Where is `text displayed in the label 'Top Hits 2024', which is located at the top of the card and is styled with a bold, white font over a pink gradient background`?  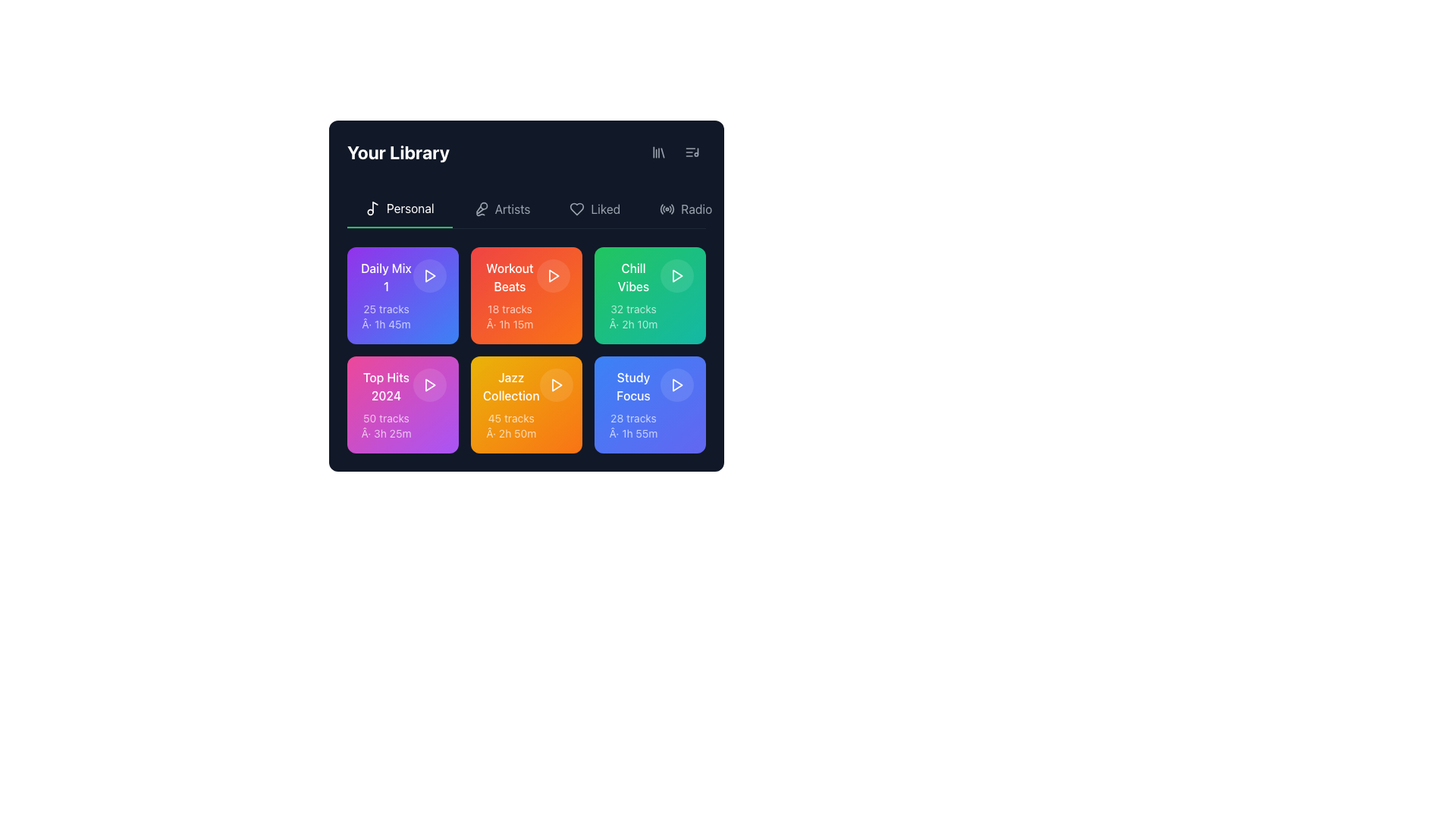
text displayed in the label 'Top Hits 2024', which is located at the top of the card and is styled with a bold, white font over a pink gradient background is located at coordinates (386, 385).